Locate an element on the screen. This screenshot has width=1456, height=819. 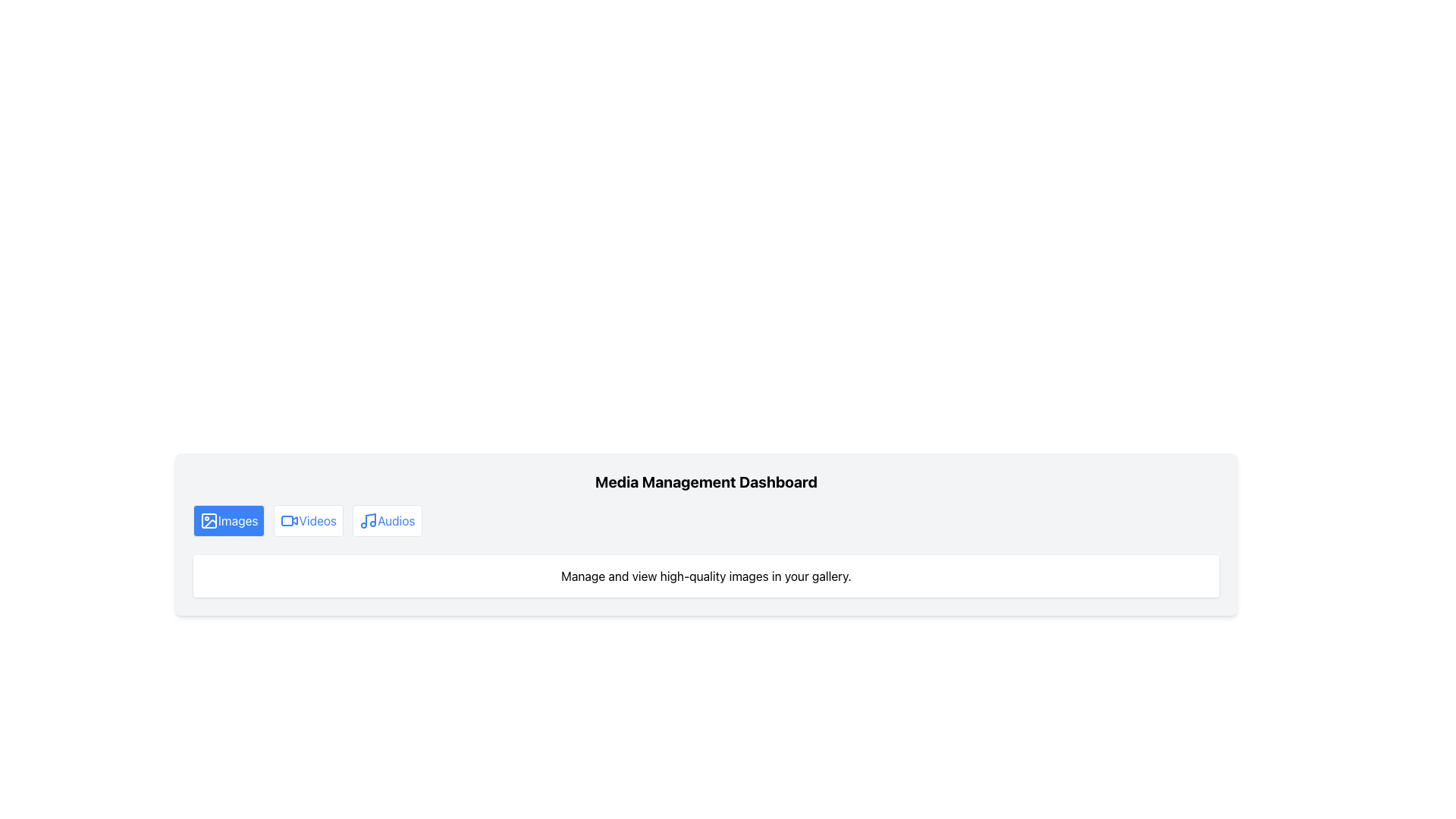
the Audios icon is located at coordinates (369, 519).